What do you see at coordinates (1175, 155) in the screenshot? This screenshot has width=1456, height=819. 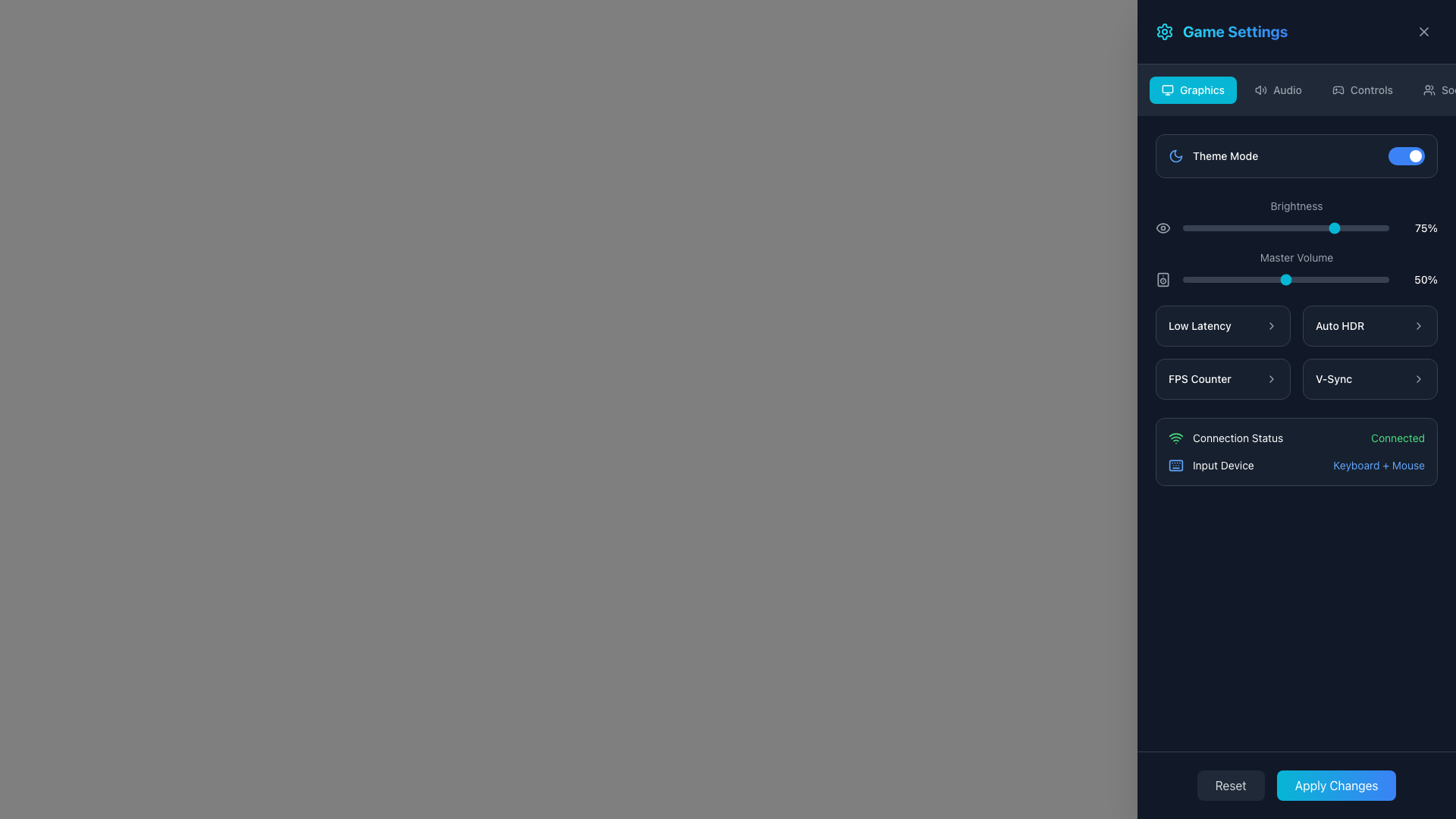 I see `the blue circular moon icon located in the 'Theme Mode' section, positioned to the left of the 'Theme Mode' text and the toggle switch` at bounding box center [1175, 155].